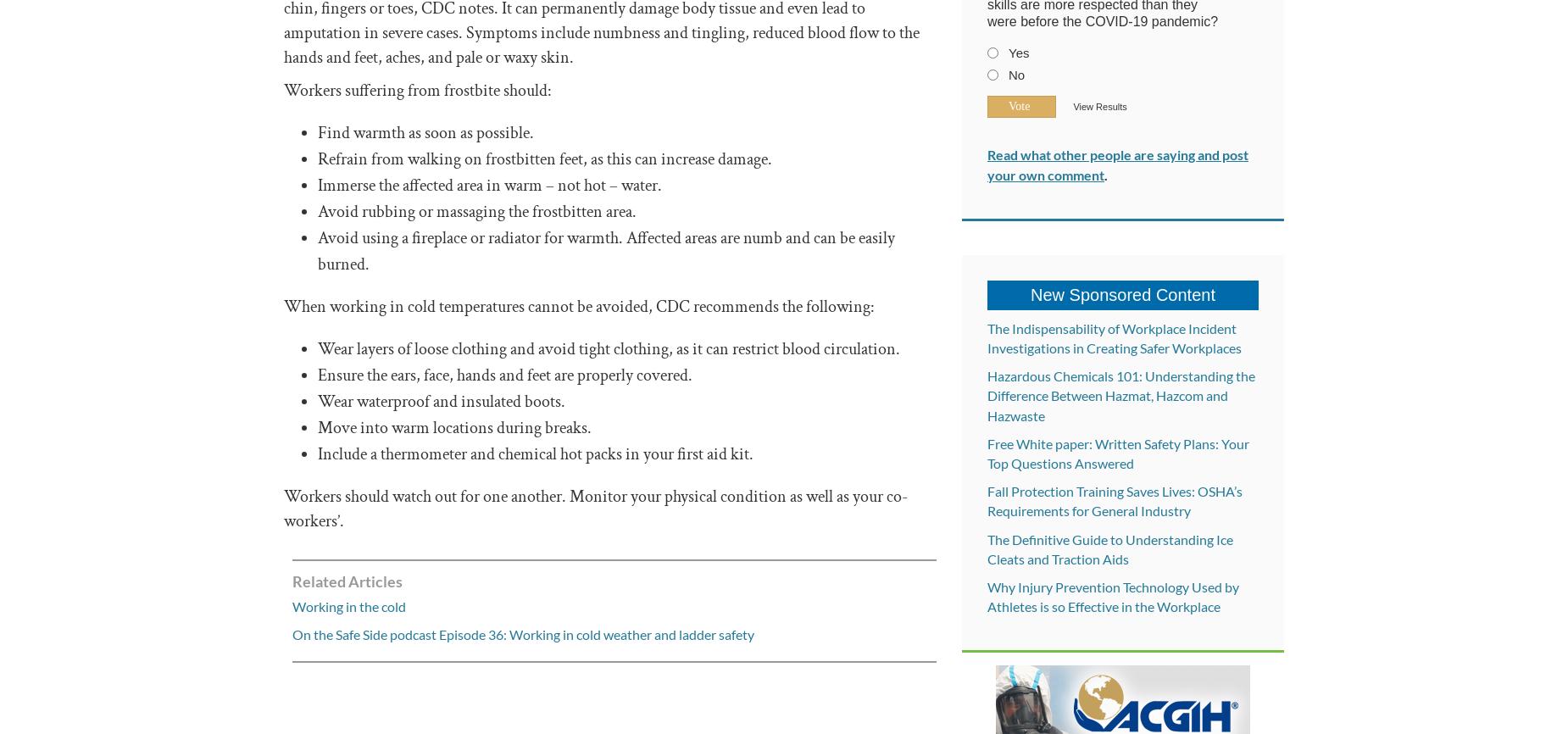  Describe the element at coordinates (1104, 174) in the screenshot. I see `'.'` at that location.